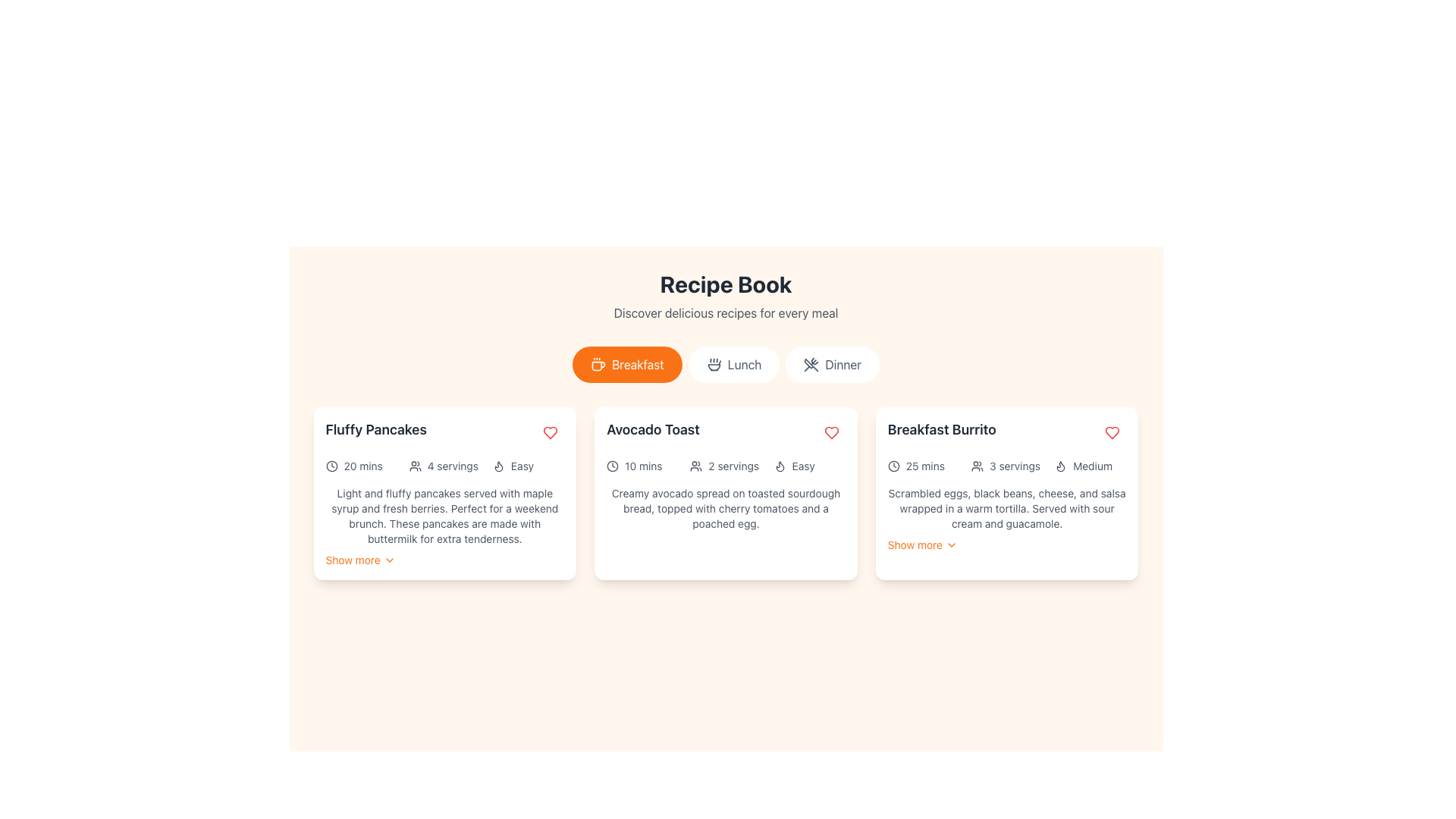 The height and width of the screenshot is (819, 1456). I want to click on the text label that provides estimated time for the recipe inside the second card titled 'Avocado Toast', located in the first row beneath the title, so click(643, 465).